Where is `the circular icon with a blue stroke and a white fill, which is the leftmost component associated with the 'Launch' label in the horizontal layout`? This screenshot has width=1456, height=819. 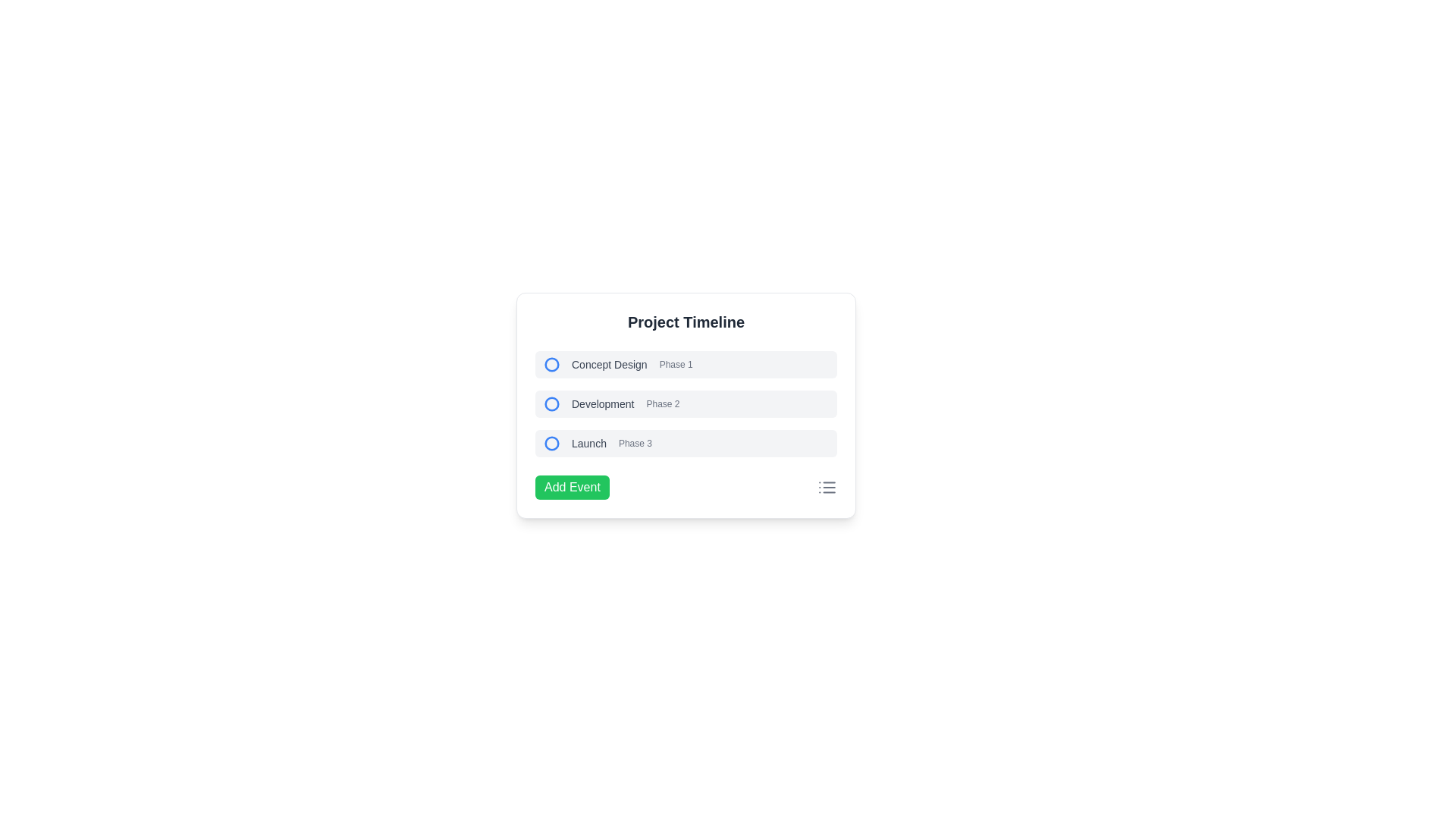
the circular icon with a blue stroke and a white fill, which is the leftmost component associated with the 'Launch' label in the horizontal layout is located at coordinates (551, 444).